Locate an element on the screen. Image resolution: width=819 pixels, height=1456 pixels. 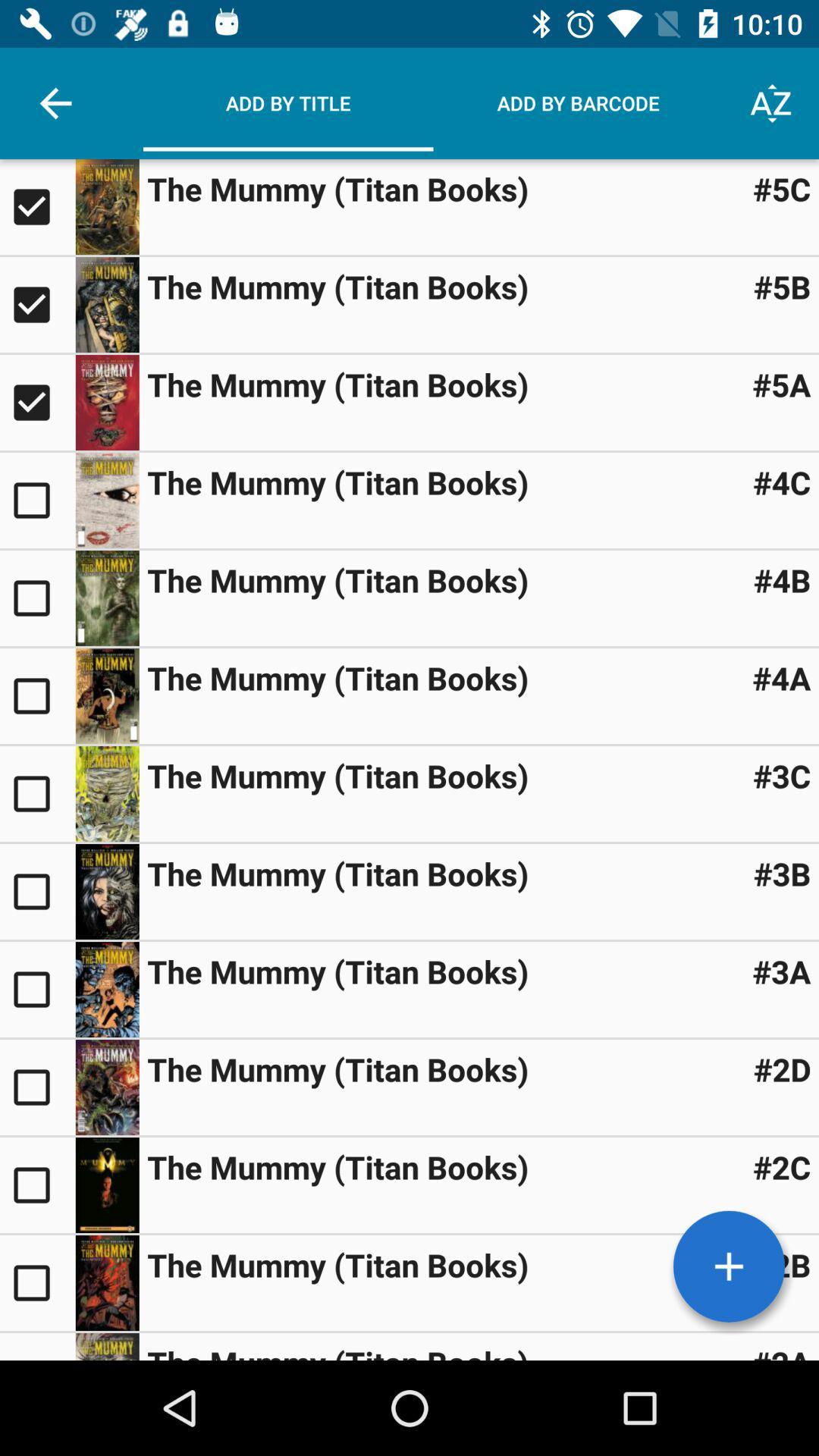
book is located at coordinates (106, 1087).